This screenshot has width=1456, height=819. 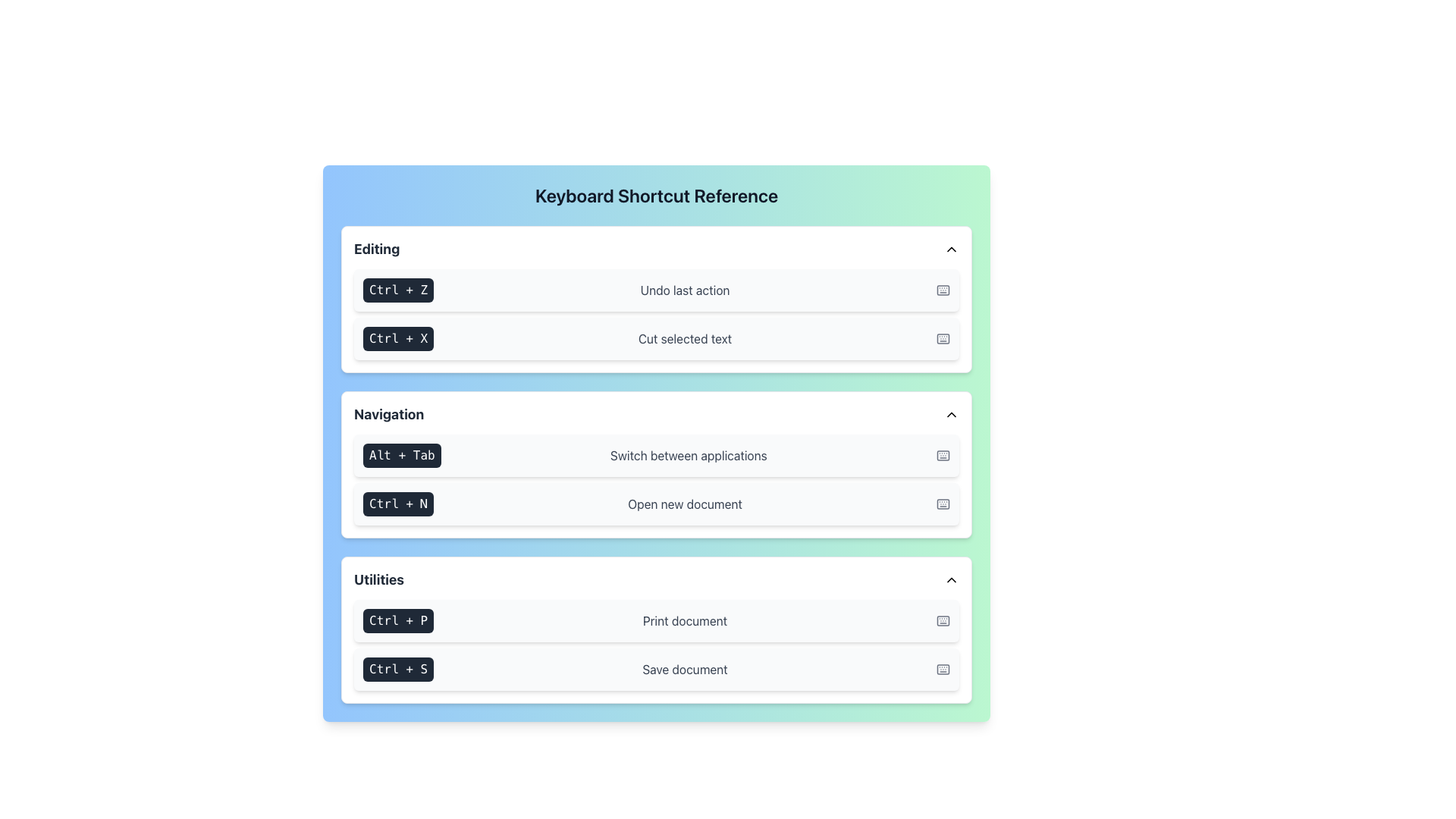 What do you see at coordinates (684, 290) in the screenshot?
I see `text label displaying 'Undo last action' located to the right of the 'Ctrl + Z' keyboard shortcut in the Editing category` at bounding box center [684, 290].